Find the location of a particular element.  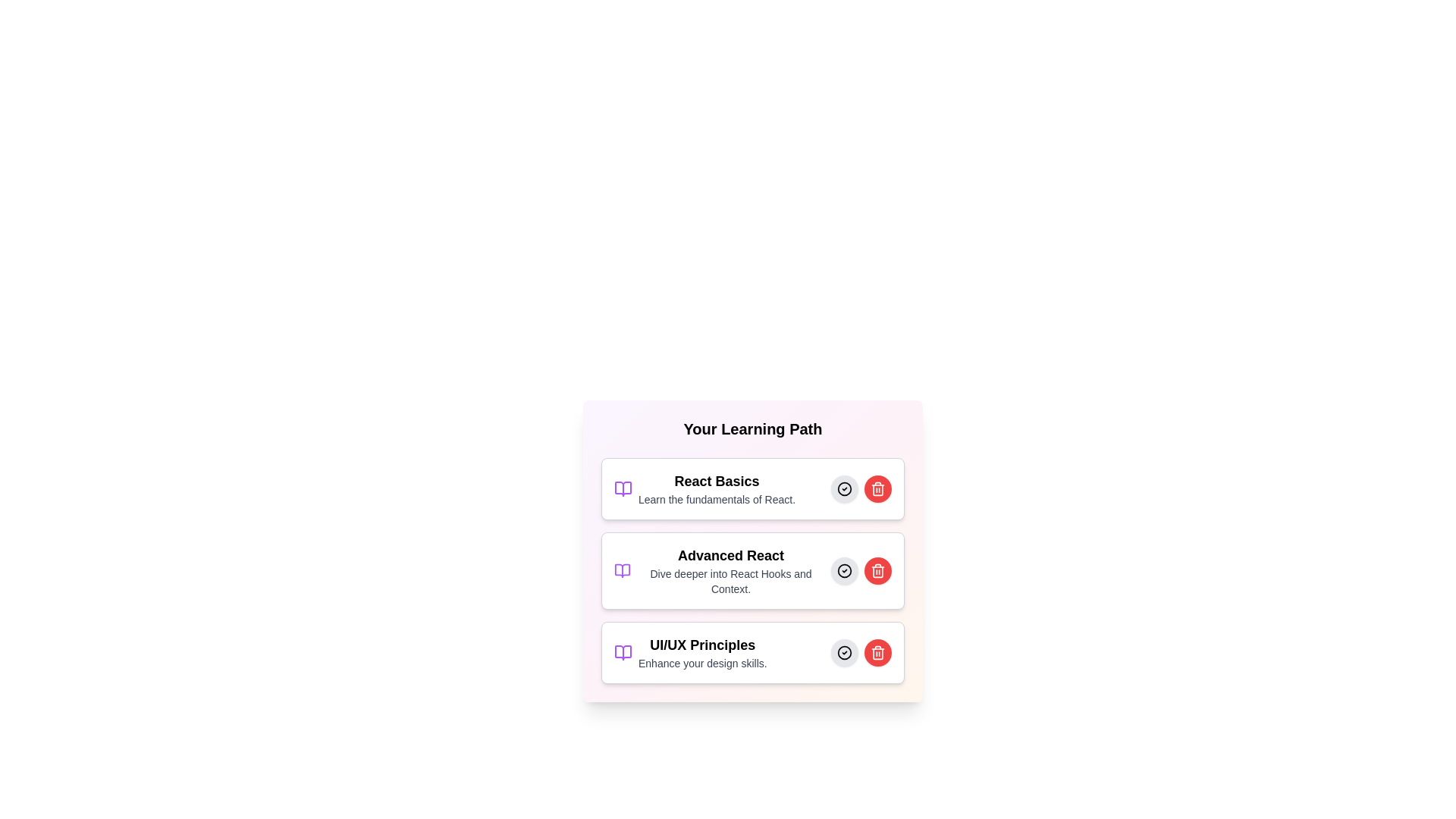

the select button for the React Basics learning path is located at coordinates (843, 488).